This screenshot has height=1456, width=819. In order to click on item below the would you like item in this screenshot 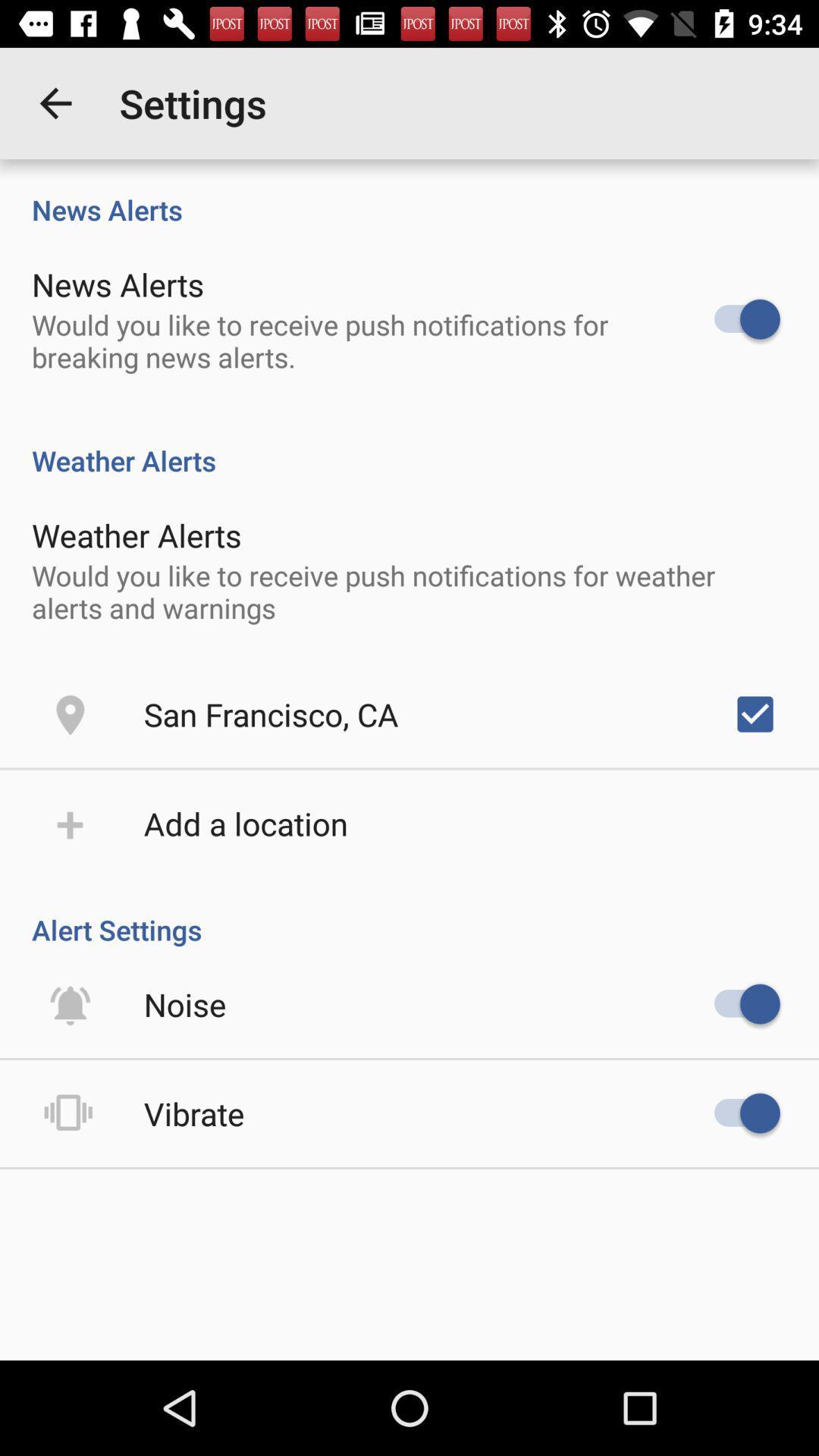, I will do `click(755, 713)`.